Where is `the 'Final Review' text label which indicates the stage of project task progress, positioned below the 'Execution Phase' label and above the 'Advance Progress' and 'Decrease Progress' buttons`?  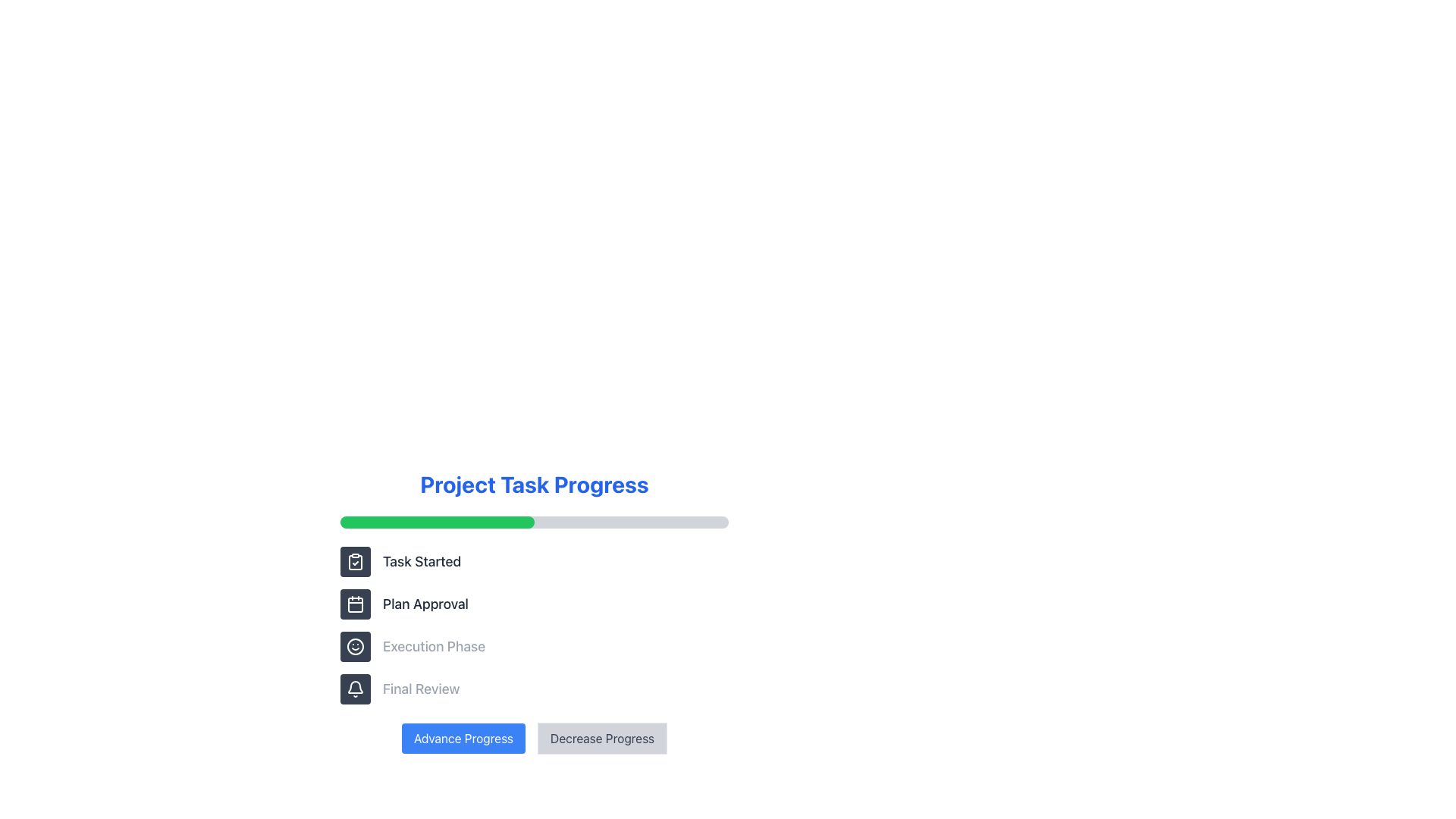
the 'Final Review' text label which indicates the stage of project task progress, positioned below the 'Execution Phase' label and above the 'Advance Progress' and 'Decrease Progress' buttons is located at coordinates (421, 689).